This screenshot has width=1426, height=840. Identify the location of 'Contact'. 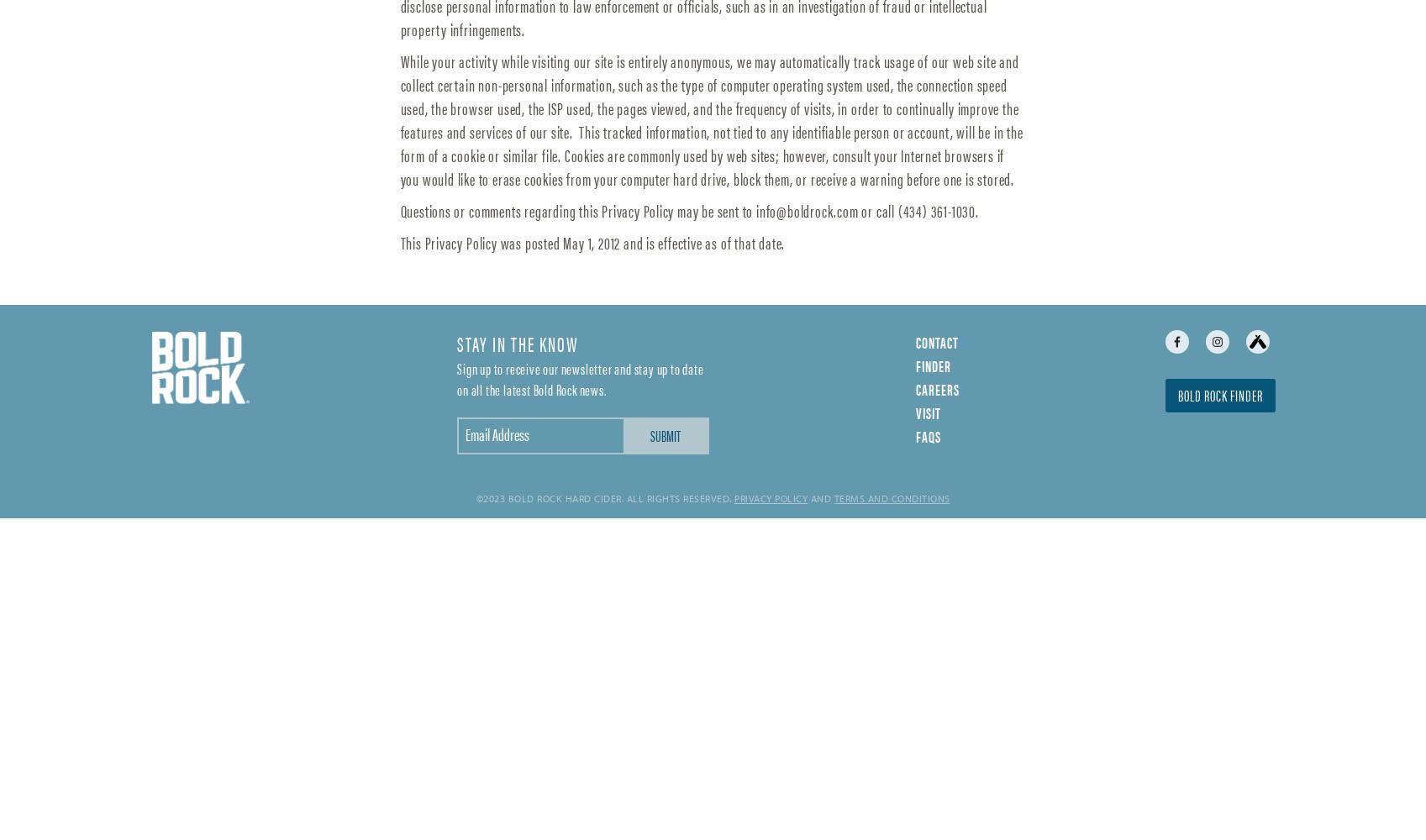
(936, 341).